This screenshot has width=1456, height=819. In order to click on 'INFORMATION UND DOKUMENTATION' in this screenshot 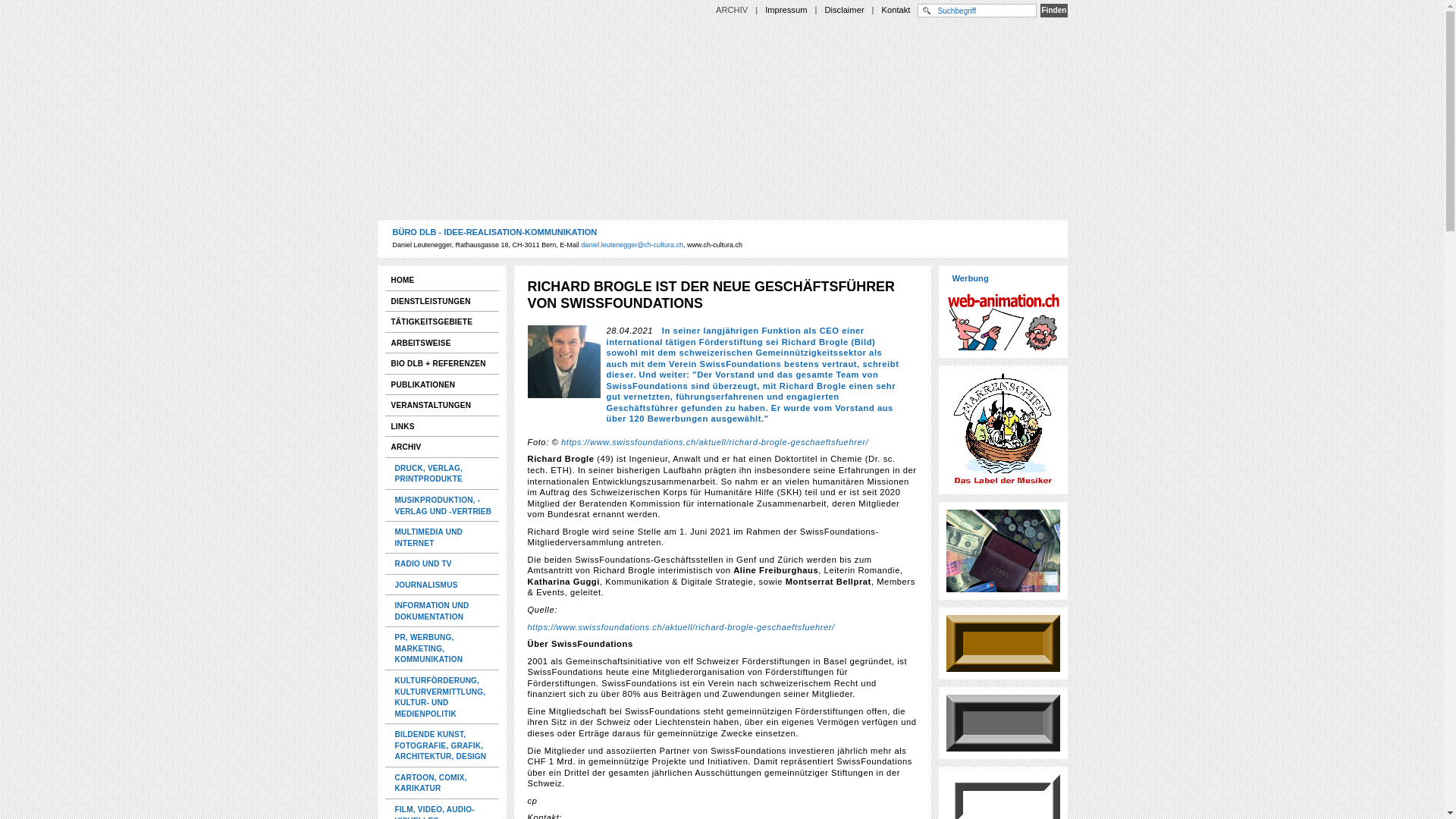, I will do `click(442, 610)`.